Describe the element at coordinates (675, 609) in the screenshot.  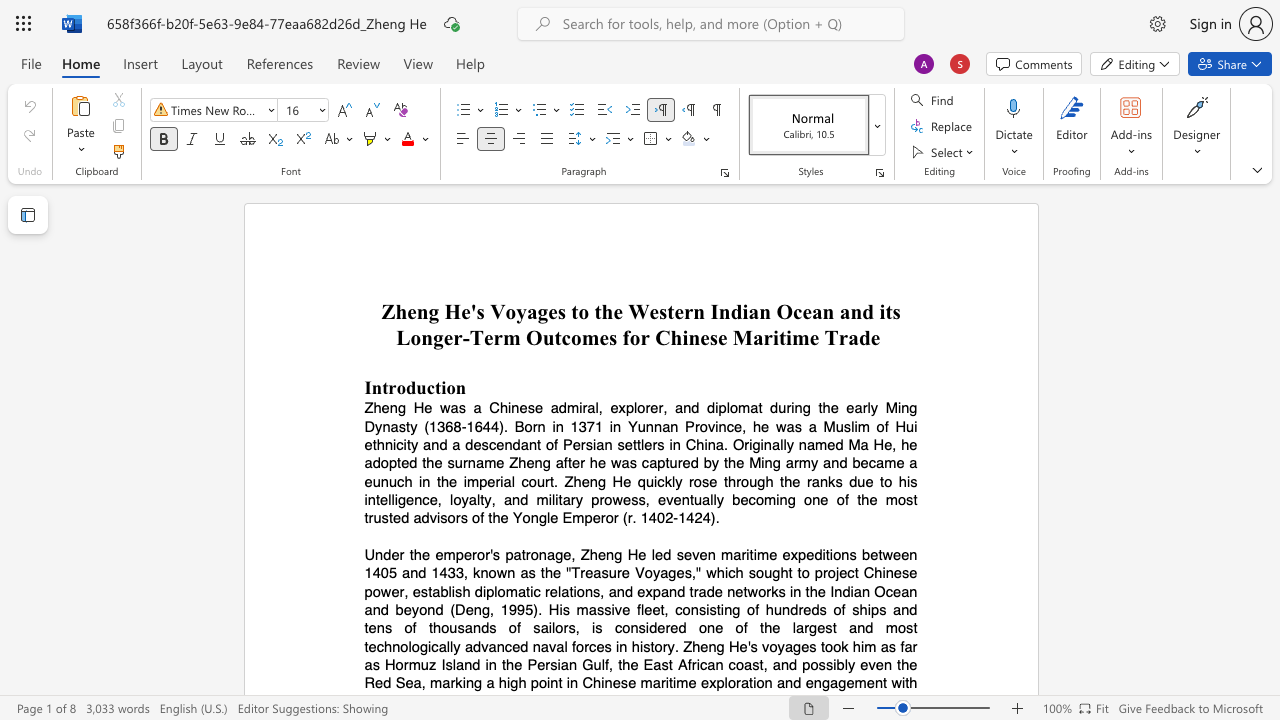
I see `the subset text "consisting of hundreds of ships and tens of thousands of sailors, is considered one of the largest and most technologically adv" within the text "diplomatic relations, and expand trade networks in the Indian Ocean and beyond (Deng, 1995). His massive fleet, consisting of hundreds of ships and tens of thousands of sailors, is considered one of the largest and most technologically advanced naval forces in history. Zheng He"` at that location.